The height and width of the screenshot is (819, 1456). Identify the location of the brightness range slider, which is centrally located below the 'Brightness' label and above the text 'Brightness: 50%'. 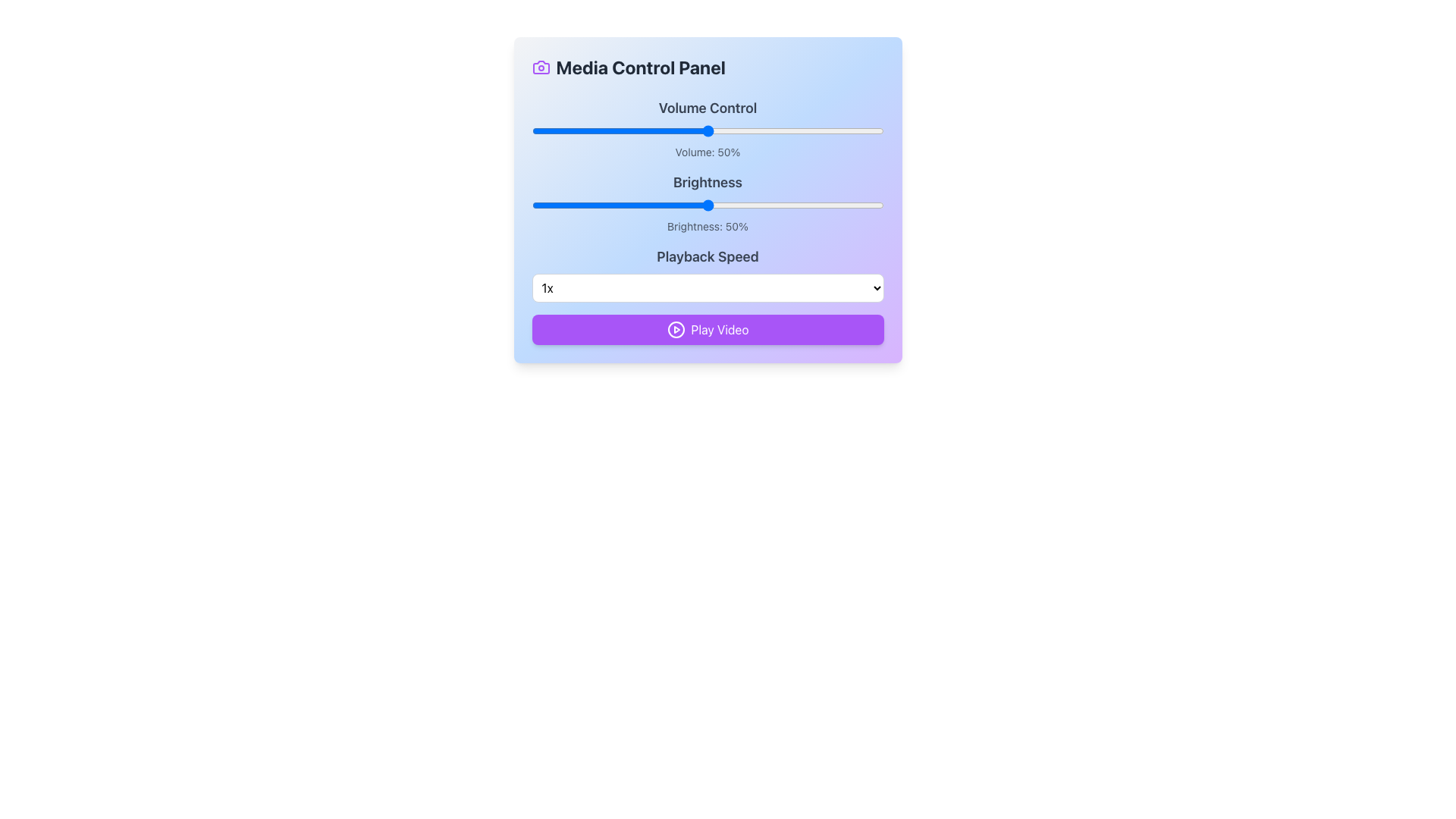
(707, 205).